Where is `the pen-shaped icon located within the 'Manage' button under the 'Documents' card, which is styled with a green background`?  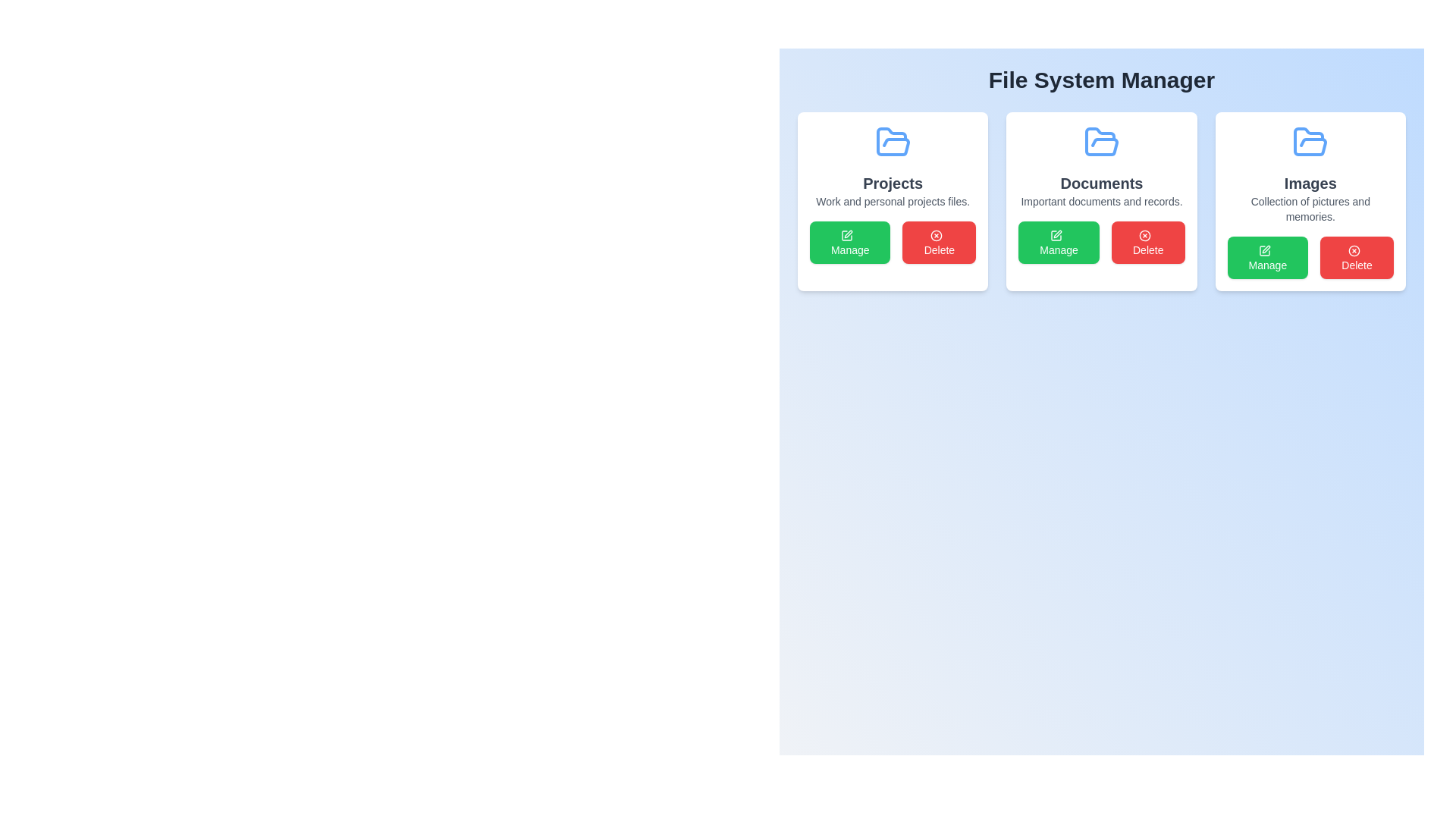
the pen-shaped icon located within the 'Manage' button under the 'Documents' card, which is styled with a green background is located at coordinates (1056, 234).